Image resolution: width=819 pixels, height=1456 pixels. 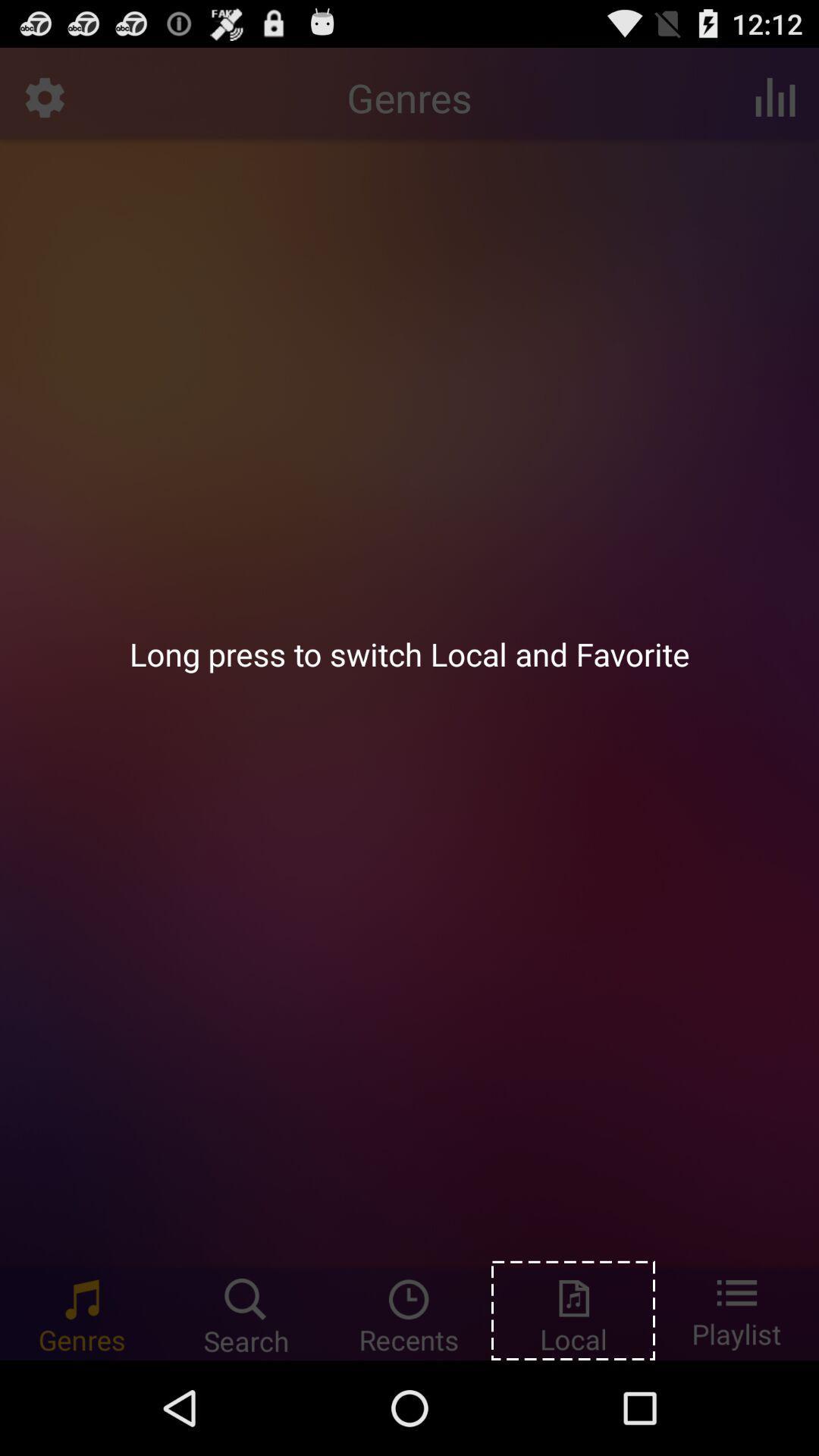 I want to click on icon at the top right corner, so click(x=775, y=96).